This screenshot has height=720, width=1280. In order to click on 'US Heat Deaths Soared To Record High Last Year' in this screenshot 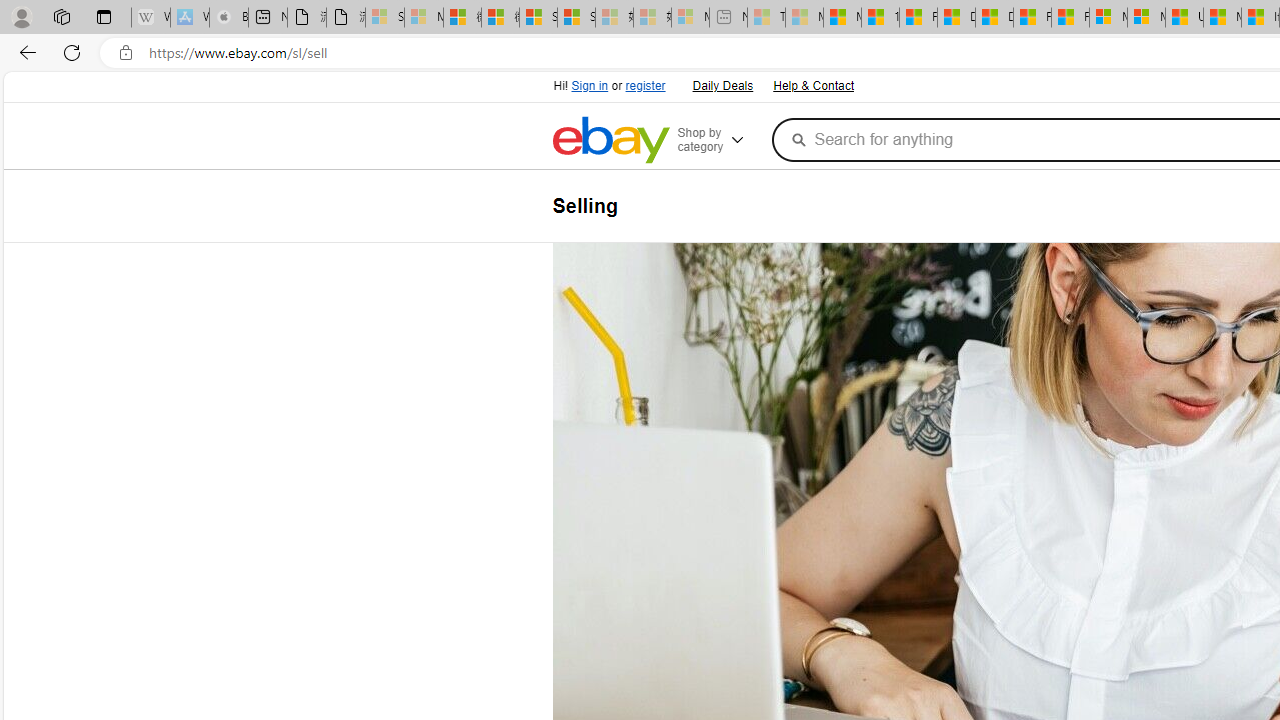, I will do `click(1184, 17)`.